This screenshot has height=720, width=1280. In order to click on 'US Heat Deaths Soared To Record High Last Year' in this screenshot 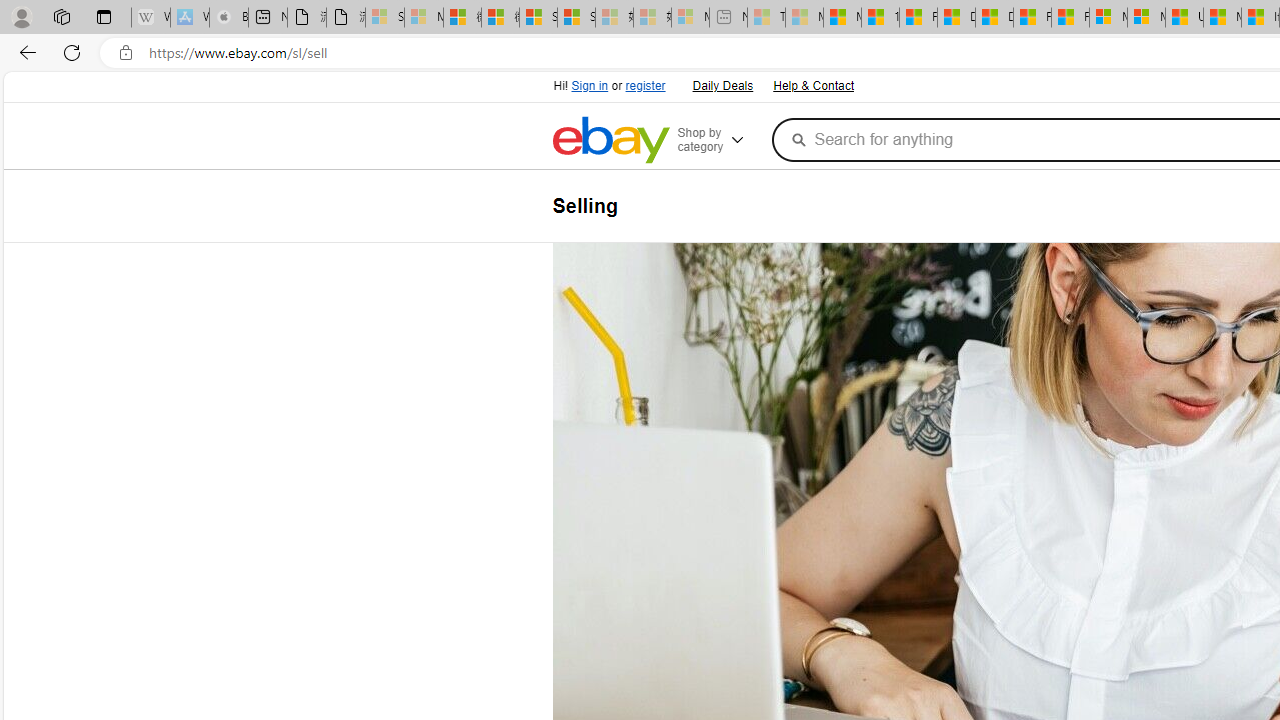, I will do `click(1184, 17)`.